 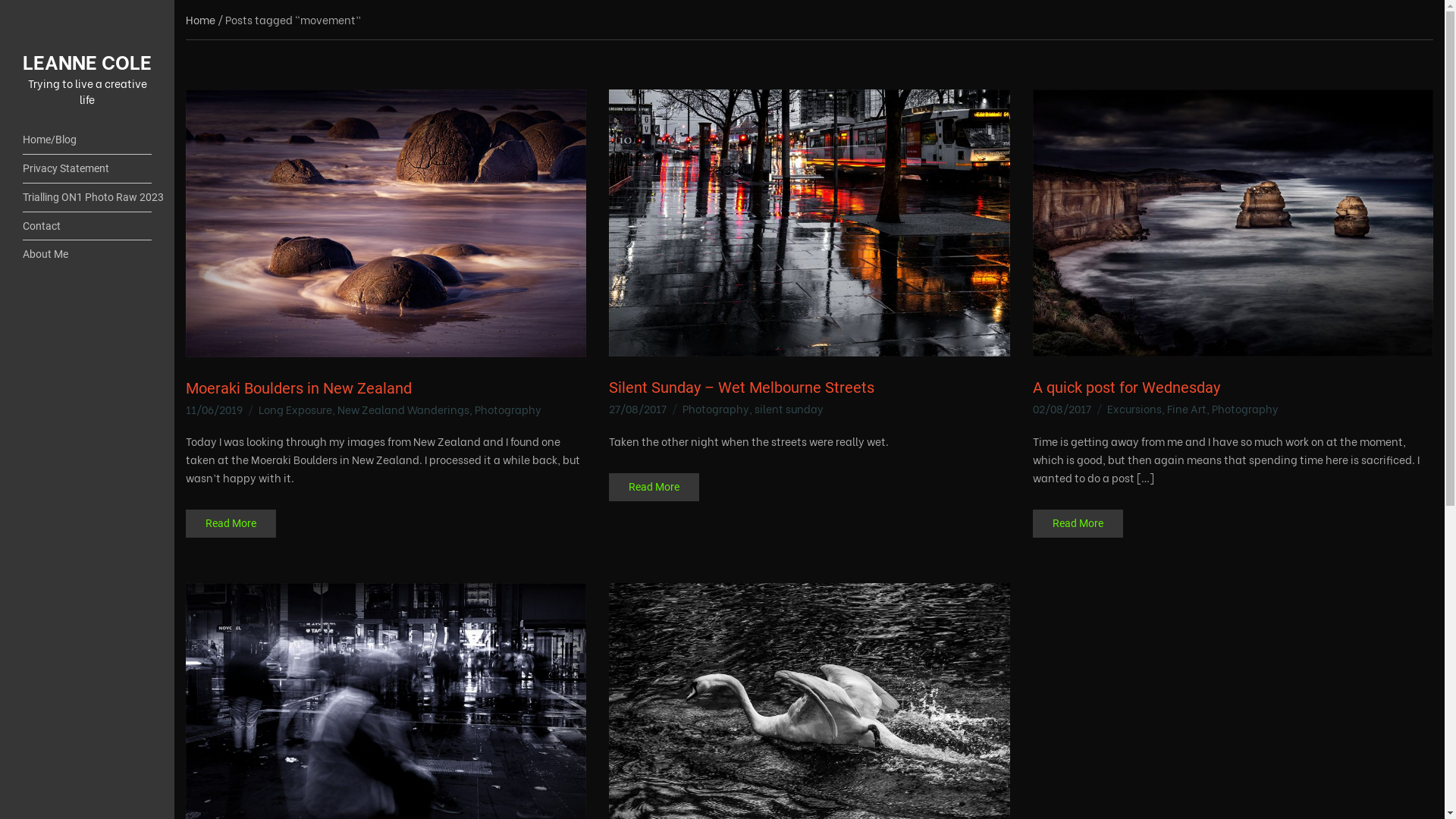 I want to click on 'Trialling ON1 Photo Raw 2023', so click(x=86, y=197).